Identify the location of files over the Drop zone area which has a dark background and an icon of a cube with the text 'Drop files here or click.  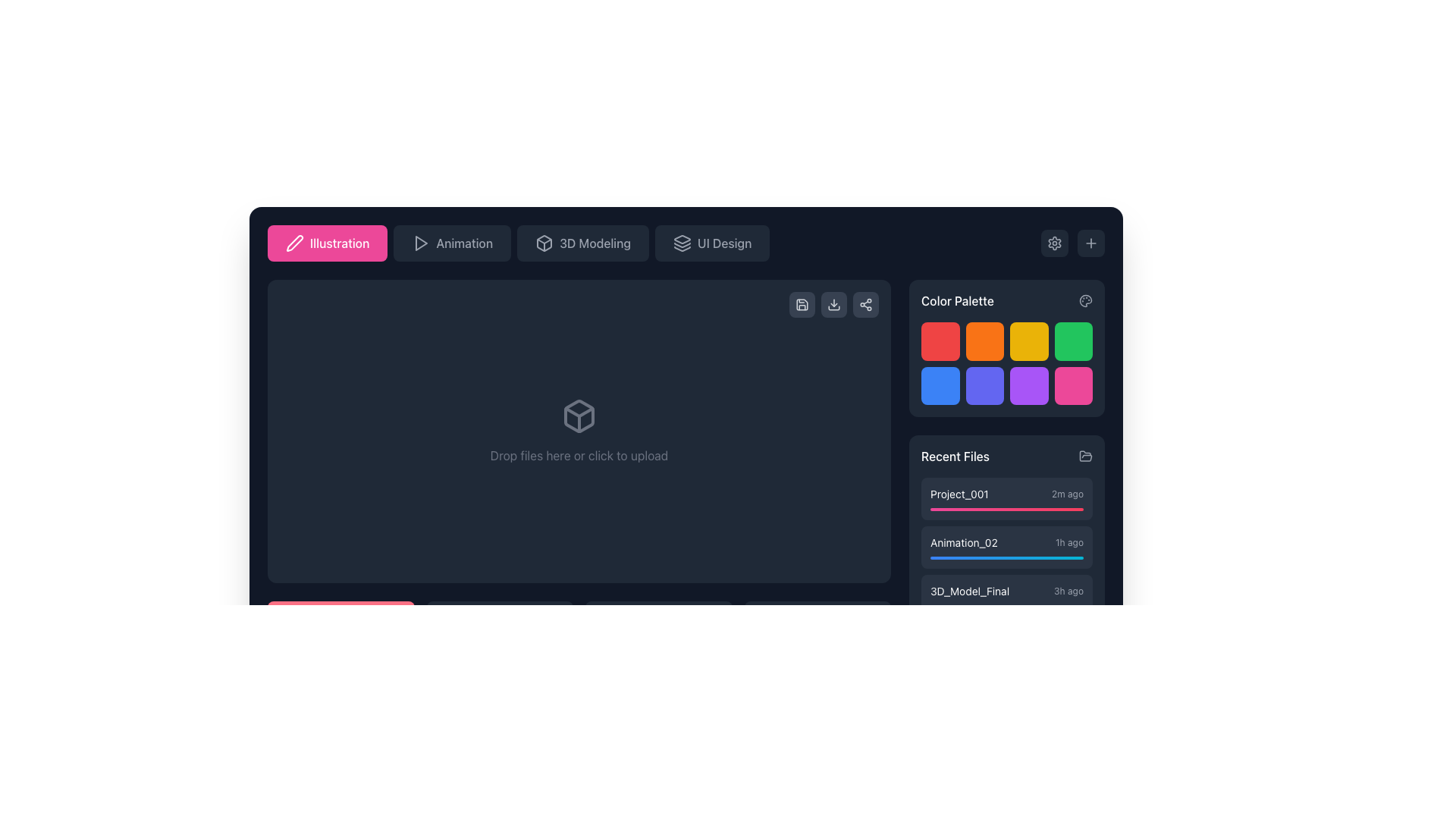
(578, 431).